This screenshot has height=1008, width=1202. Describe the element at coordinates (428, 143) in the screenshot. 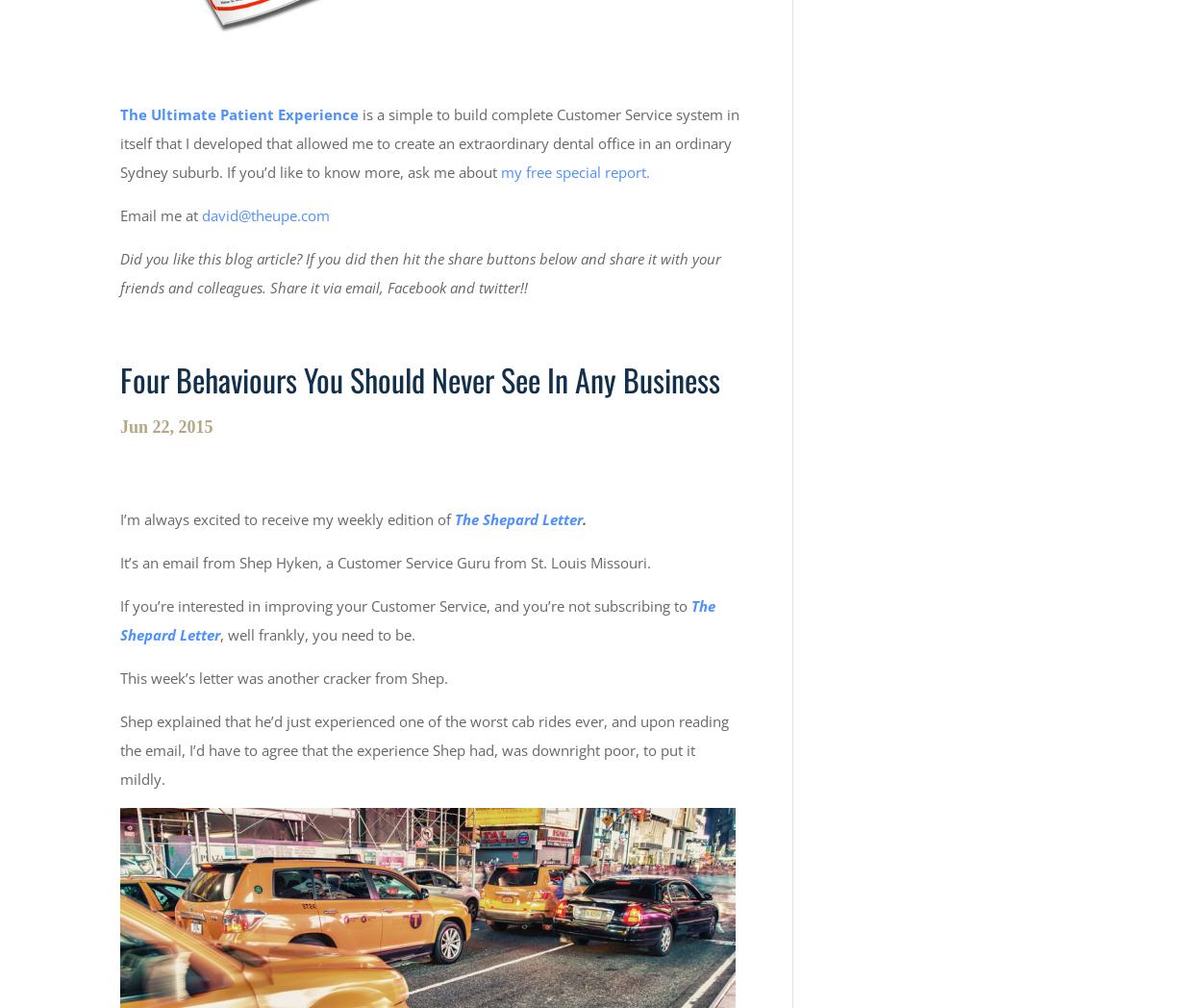

I see `'is a simple to build complete Customer Service system in itself that I developed that allowed me to create an extraordinary dental office in an ordinary Sydney suburb. If you’d like to know more, ask me about'` at that location.